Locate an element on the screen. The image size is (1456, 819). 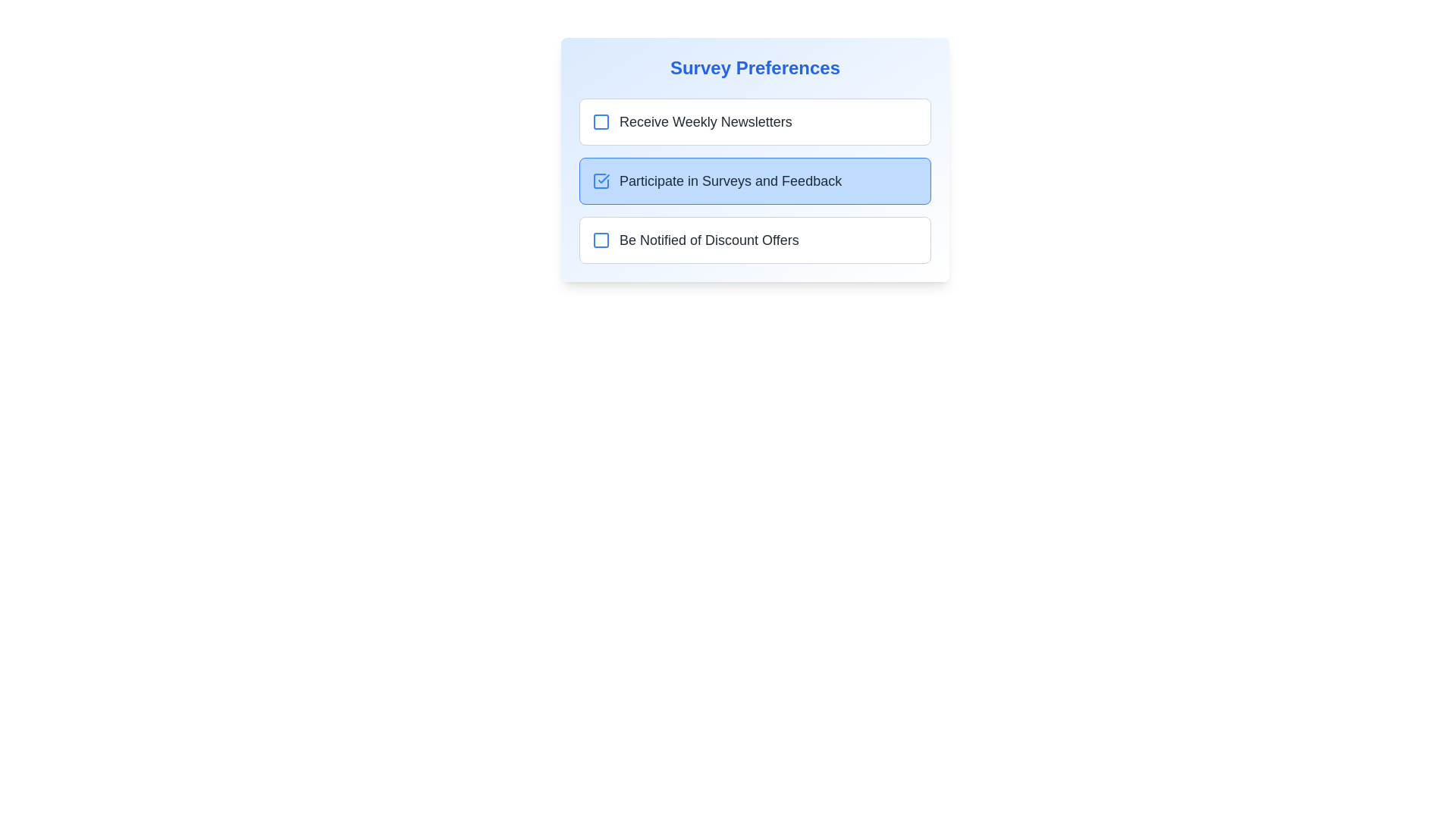
the checkbox of the second selectable list item labeled 'Participate in Surveys and Feedback' within the 'Survey Preferences' card is located at coordinates (755, 180).